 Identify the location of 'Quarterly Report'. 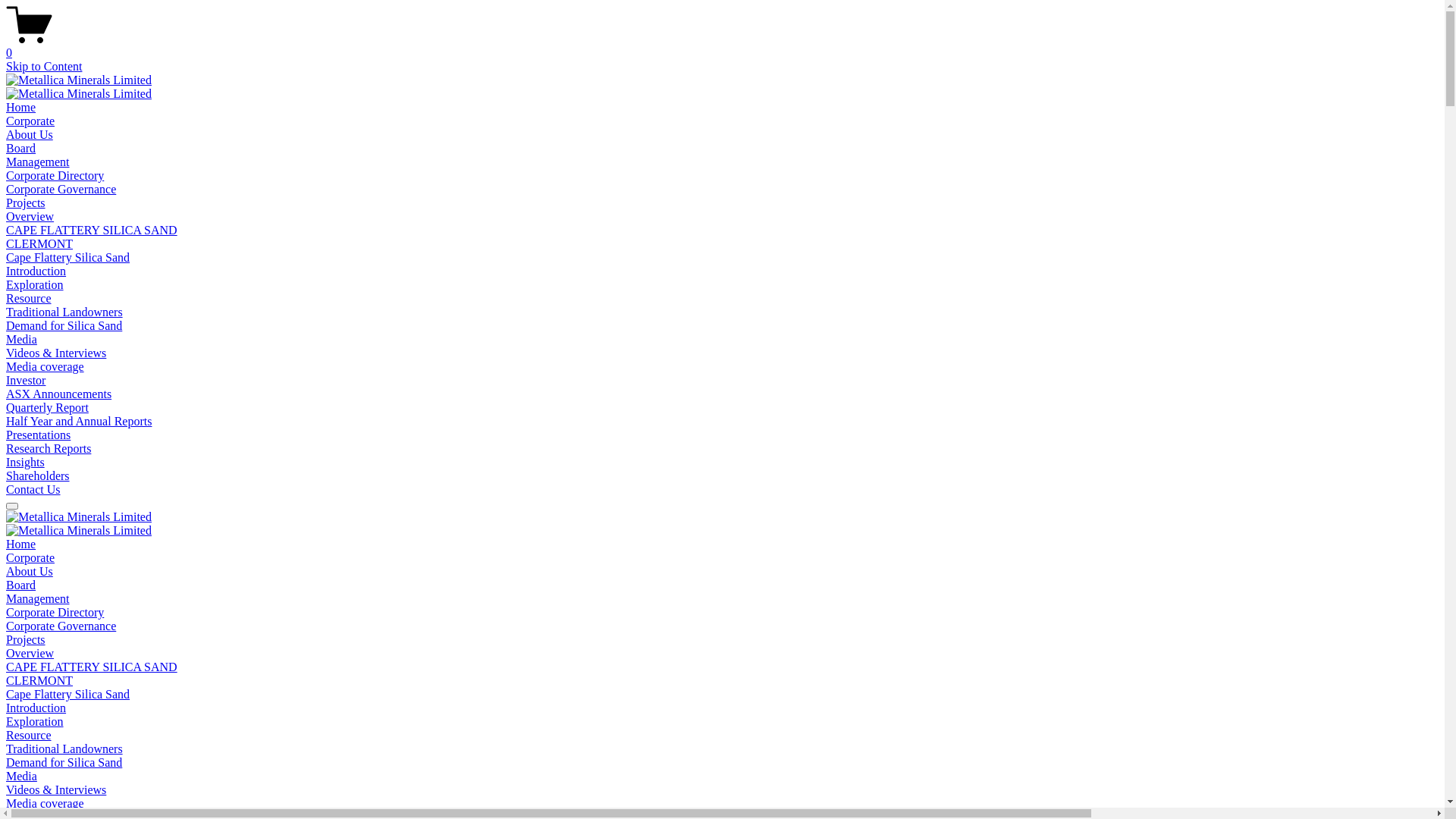
(47, 406).